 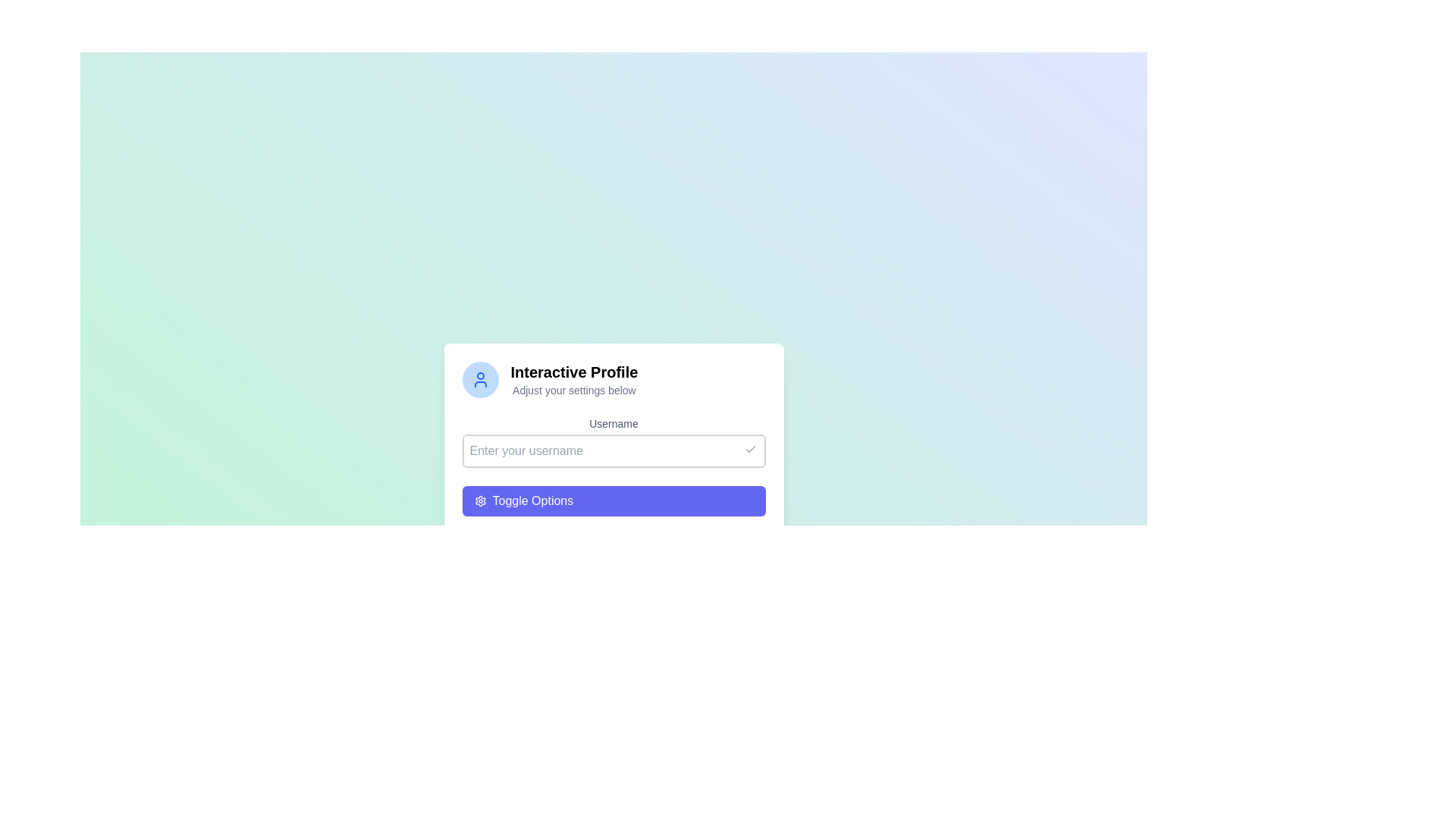 I want to click on the circular user profile icon with a light blue background located at the top-left side of the card labeled 'Interactive Profile Adjust your settings below', so click(x=479, y=379).